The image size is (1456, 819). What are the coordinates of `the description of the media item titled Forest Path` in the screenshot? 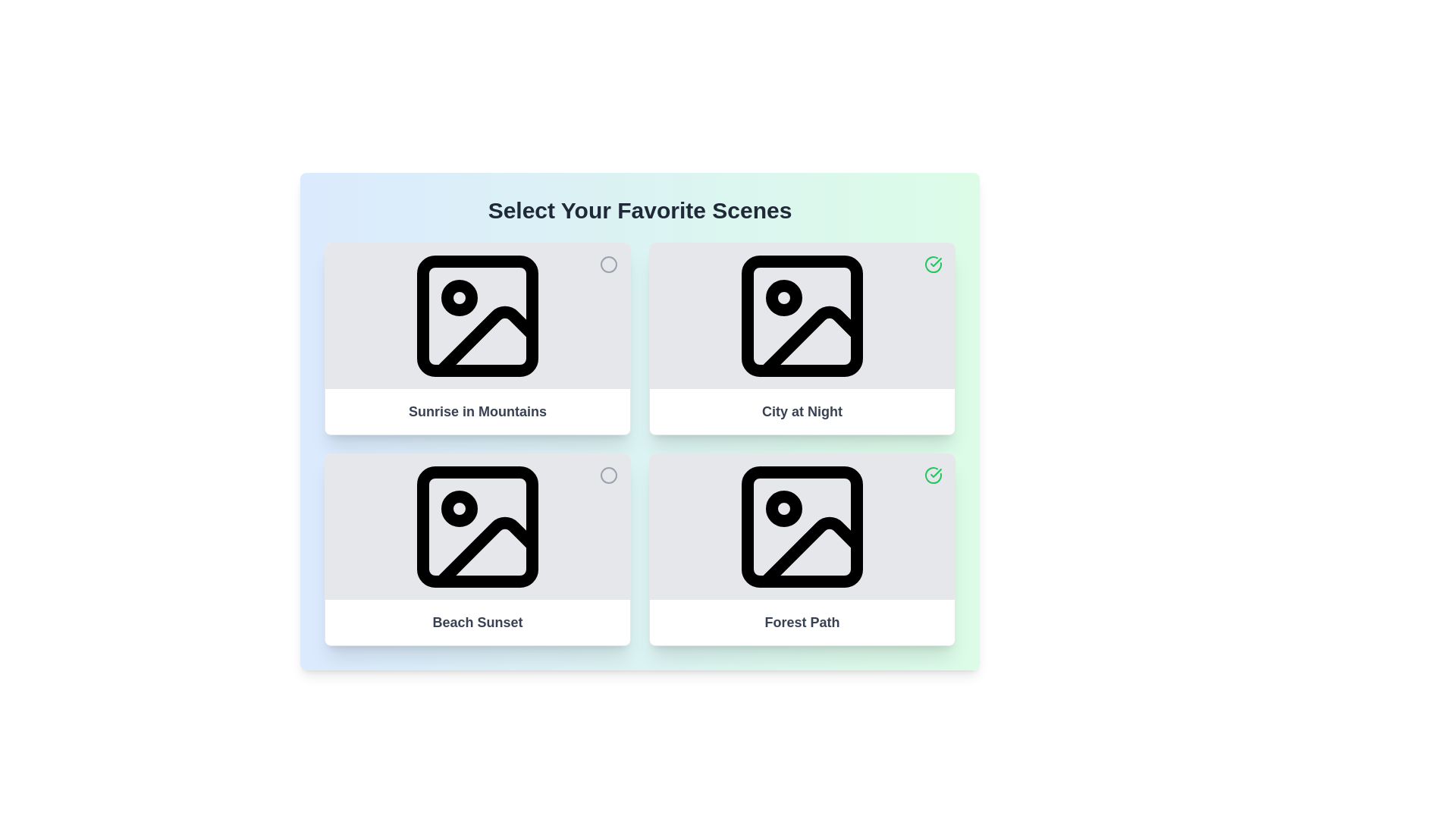 It's located at (801, 623).